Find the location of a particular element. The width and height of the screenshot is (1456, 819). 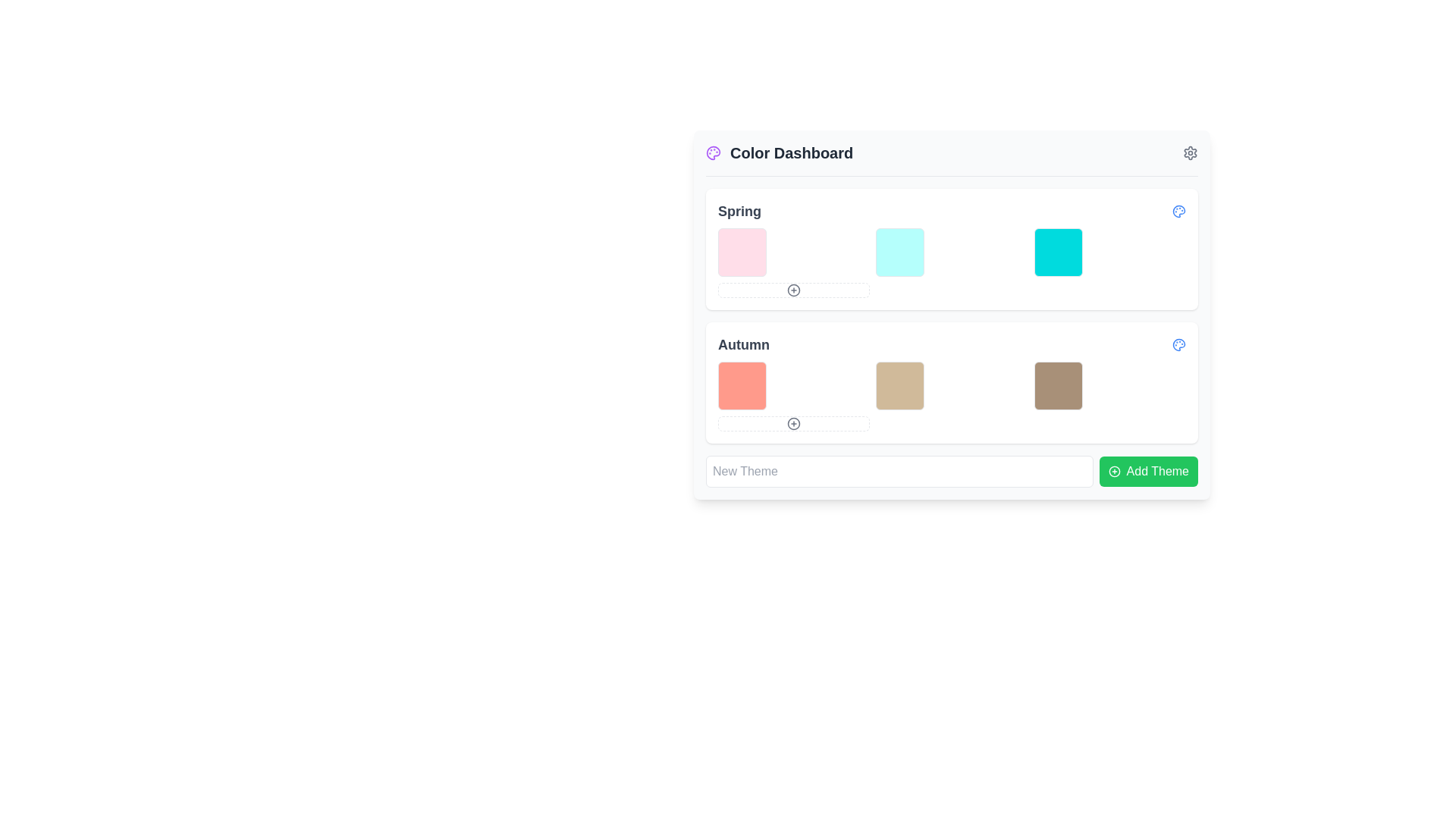

the second color tile in the 'Autumn' section of the Color Dashboard, which is a light brown square with rounded corners is located at coordinates (900, 385).